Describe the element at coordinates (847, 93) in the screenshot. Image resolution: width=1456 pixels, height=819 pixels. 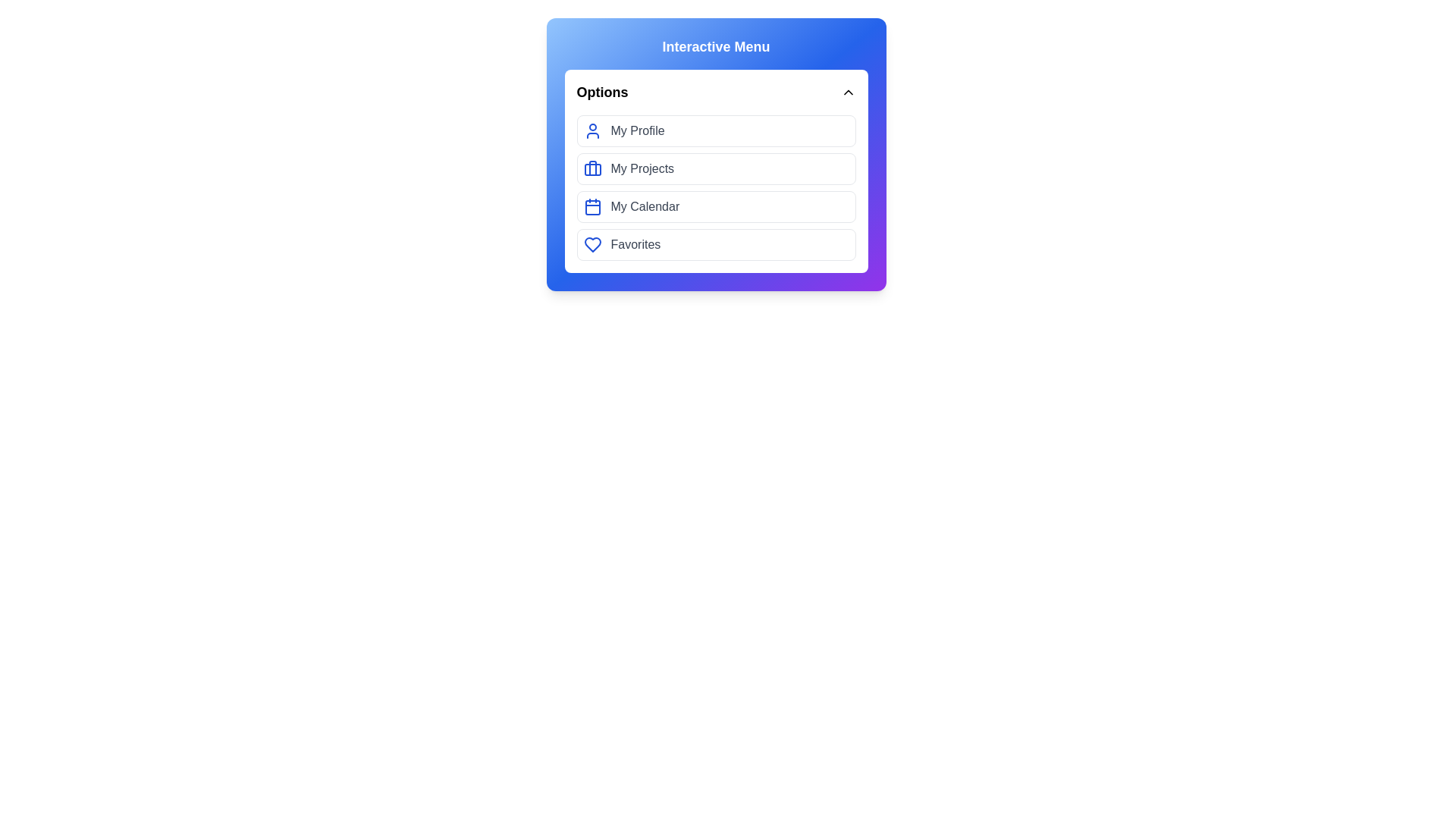
I see `the Chevron-Up icon located to the right of the 'Options' text in the upper section of the interface panel` at that location.